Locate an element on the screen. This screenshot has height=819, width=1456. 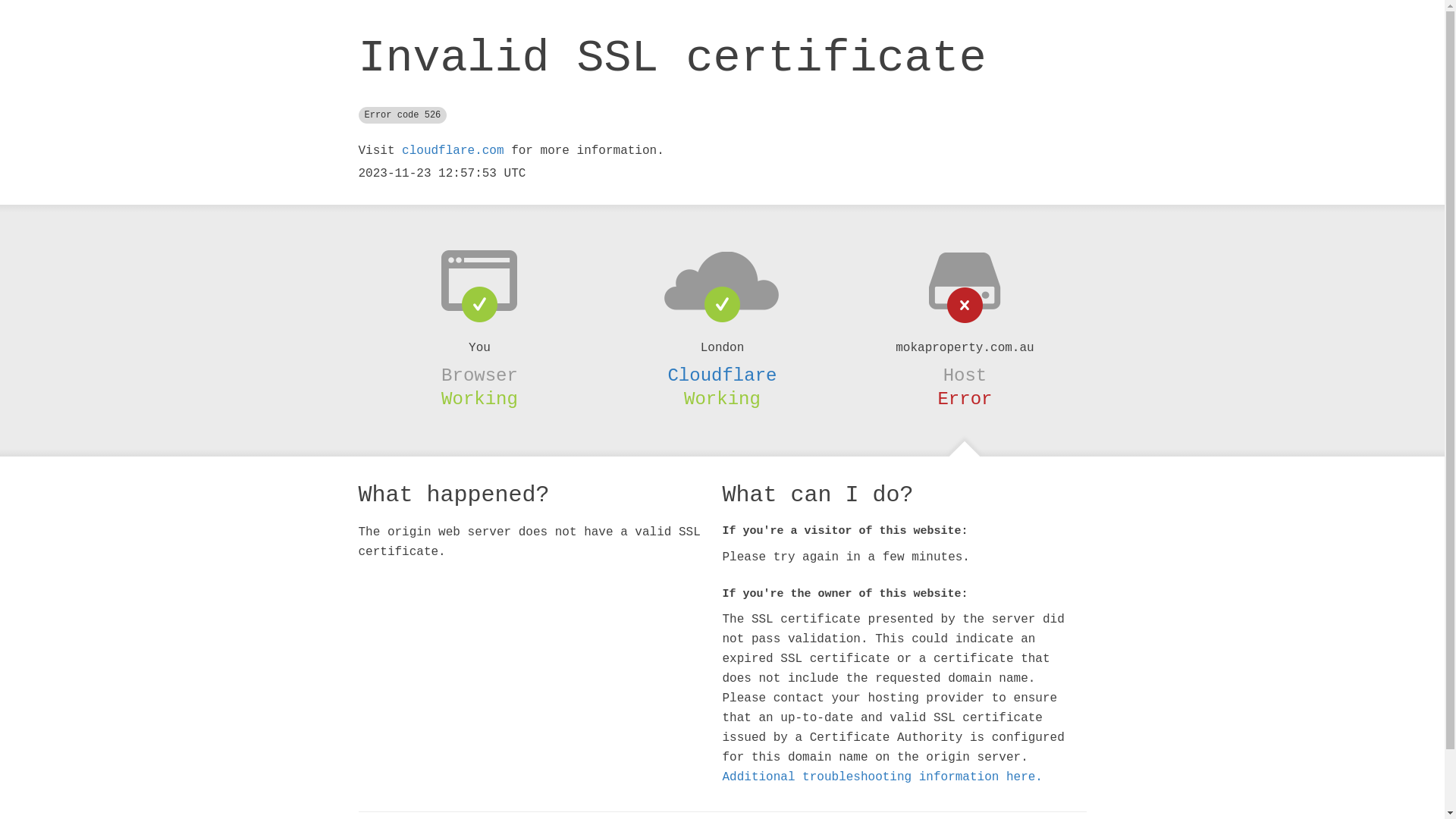
'cloudflare.com' is located at coordinates (451, 151).